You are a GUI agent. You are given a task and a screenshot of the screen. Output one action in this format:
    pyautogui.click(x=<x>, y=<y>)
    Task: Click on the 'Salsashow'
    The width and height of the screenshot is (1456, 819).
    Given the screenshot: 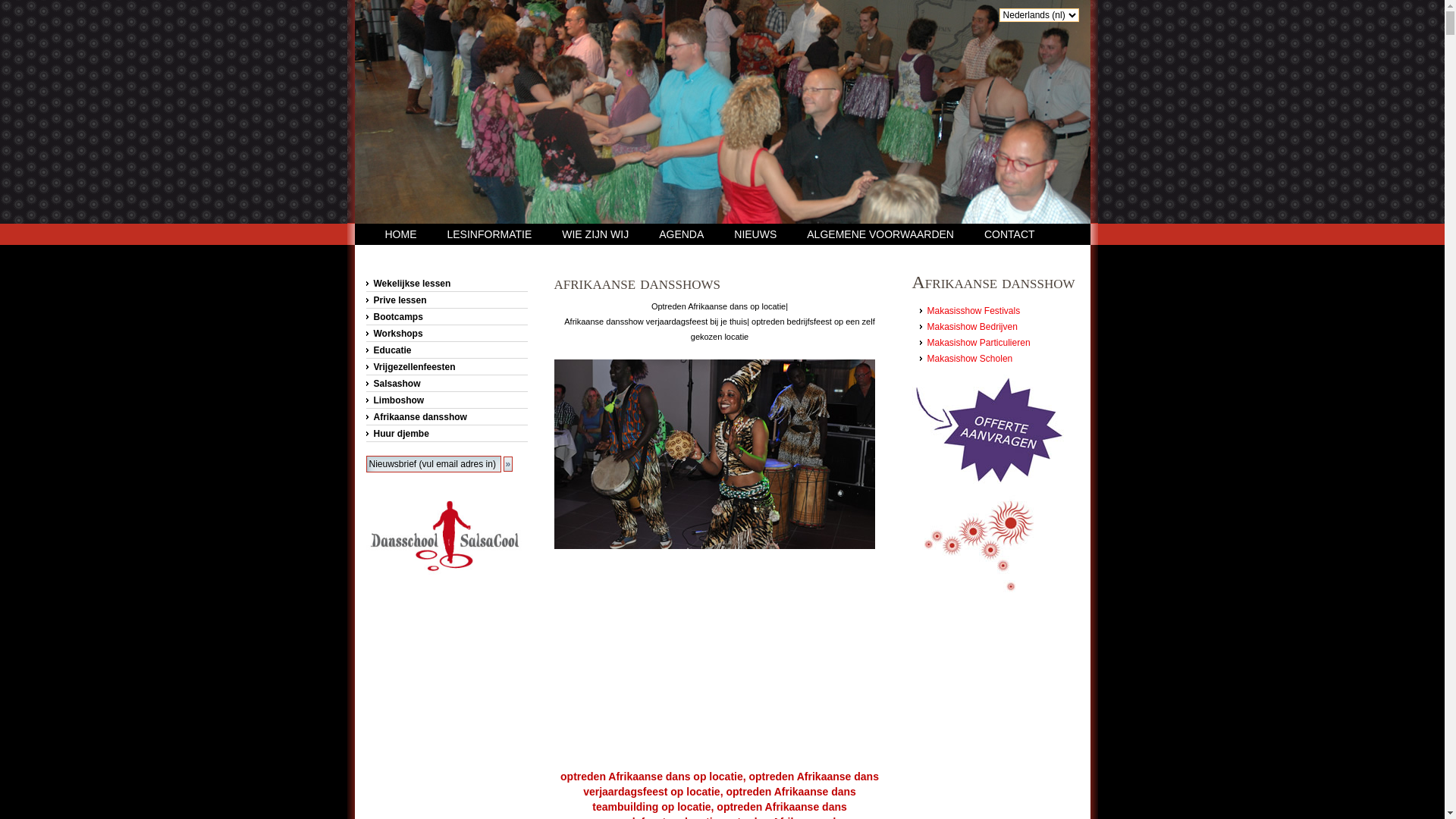 What is the action you would take?
    pyautogui.click(x=445, y=382)
    